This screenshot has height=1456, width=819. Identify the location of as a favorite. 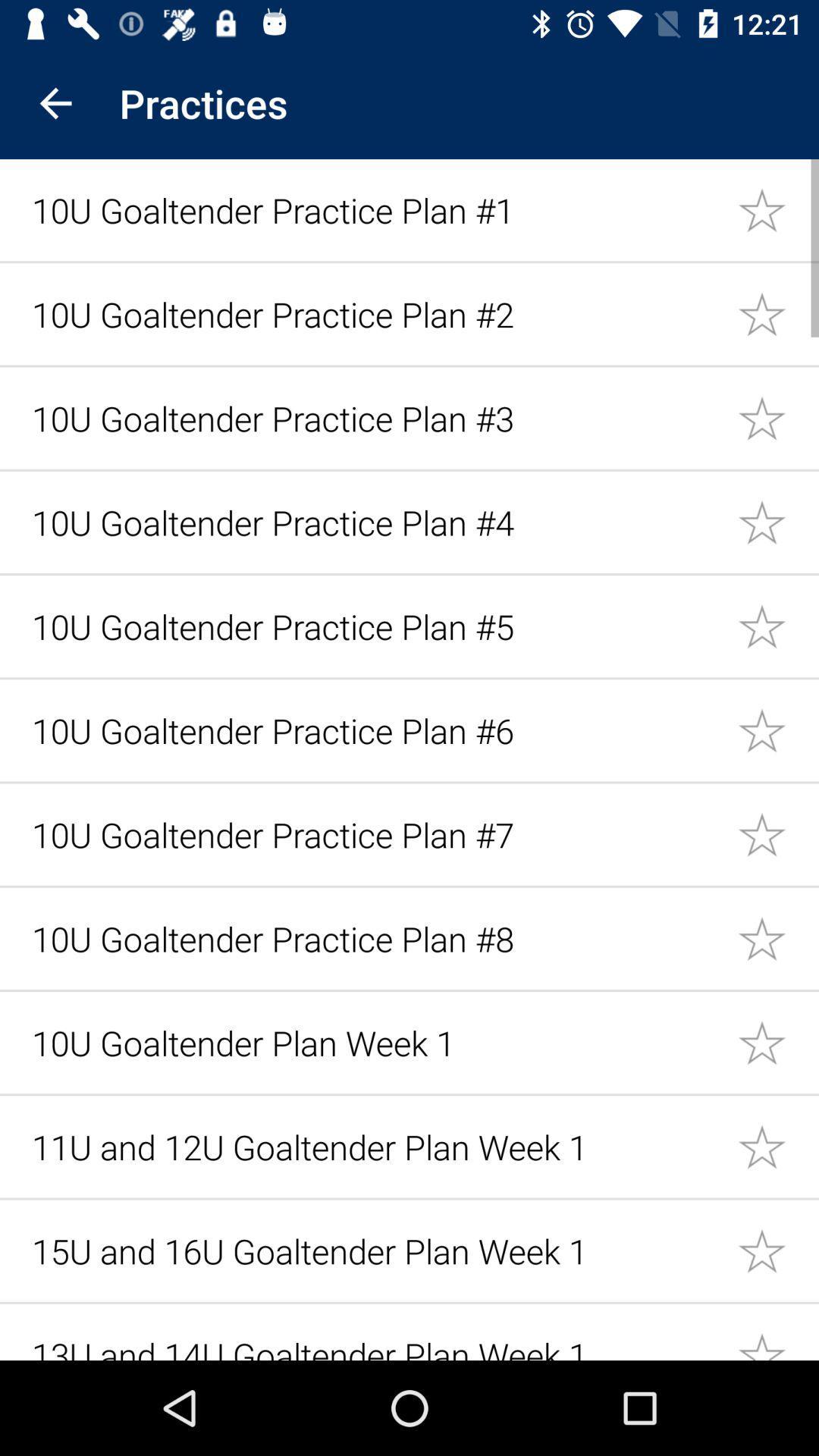
(778, 522).